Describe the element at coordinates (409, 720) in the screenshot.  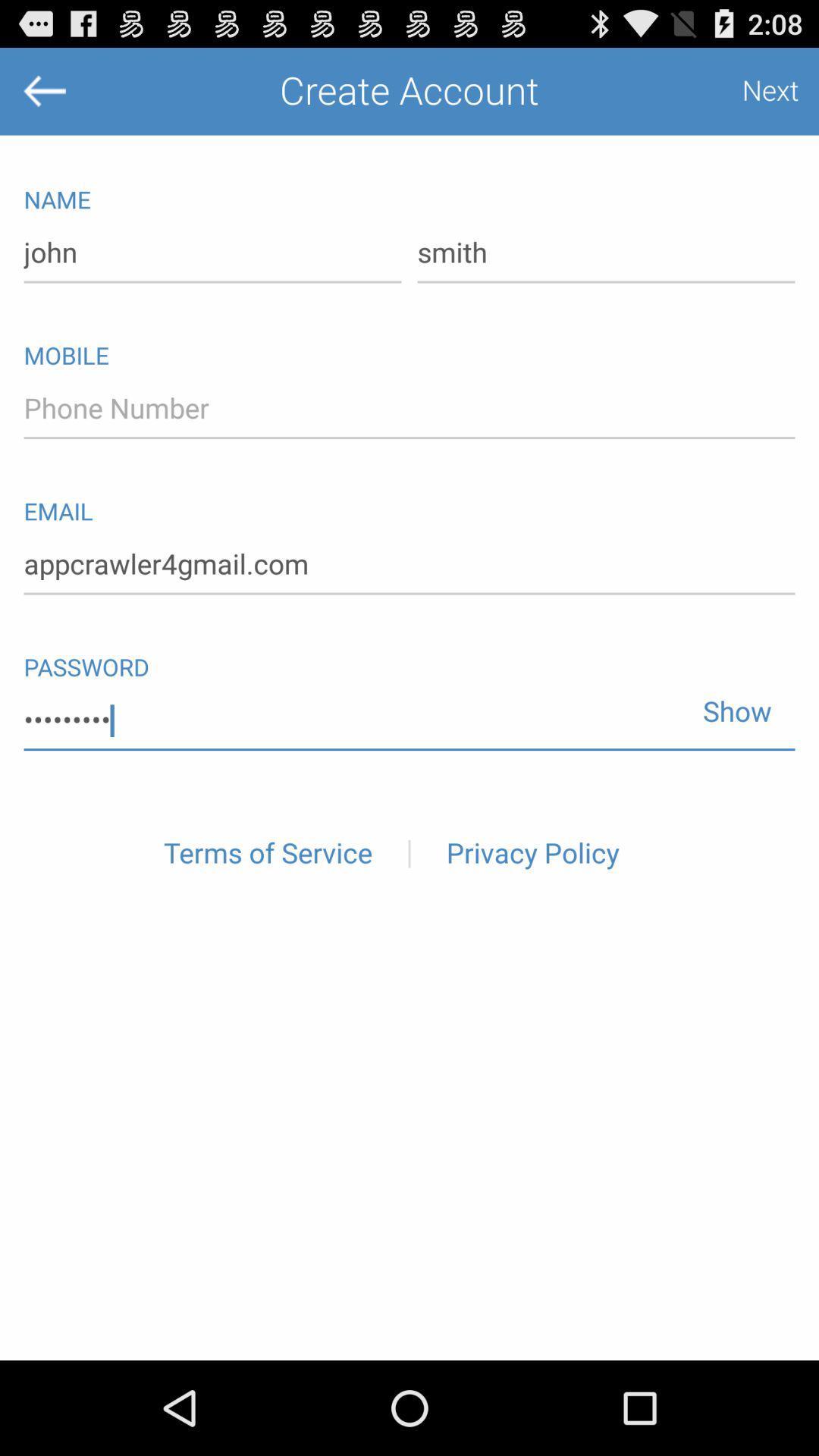
I see `the button above the terms of service` at that location.